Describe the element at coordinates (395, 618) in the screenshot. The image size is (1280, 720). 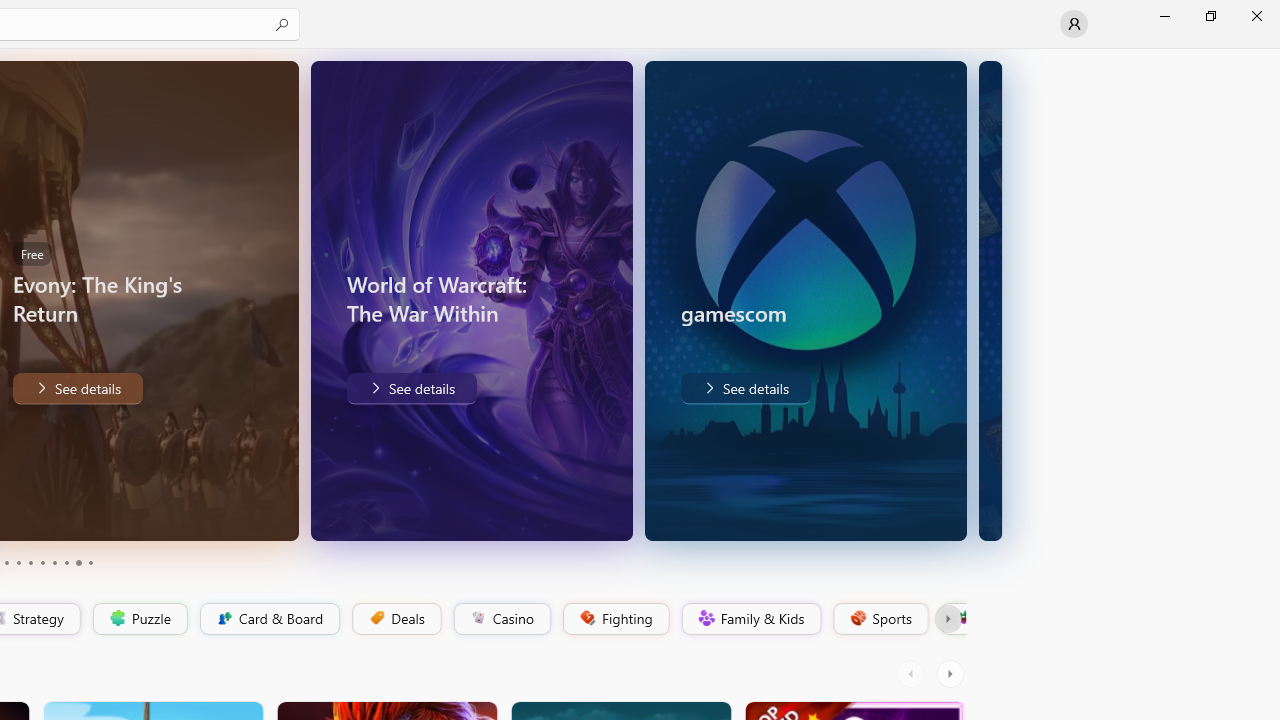
I see `'Deals'` at that location.